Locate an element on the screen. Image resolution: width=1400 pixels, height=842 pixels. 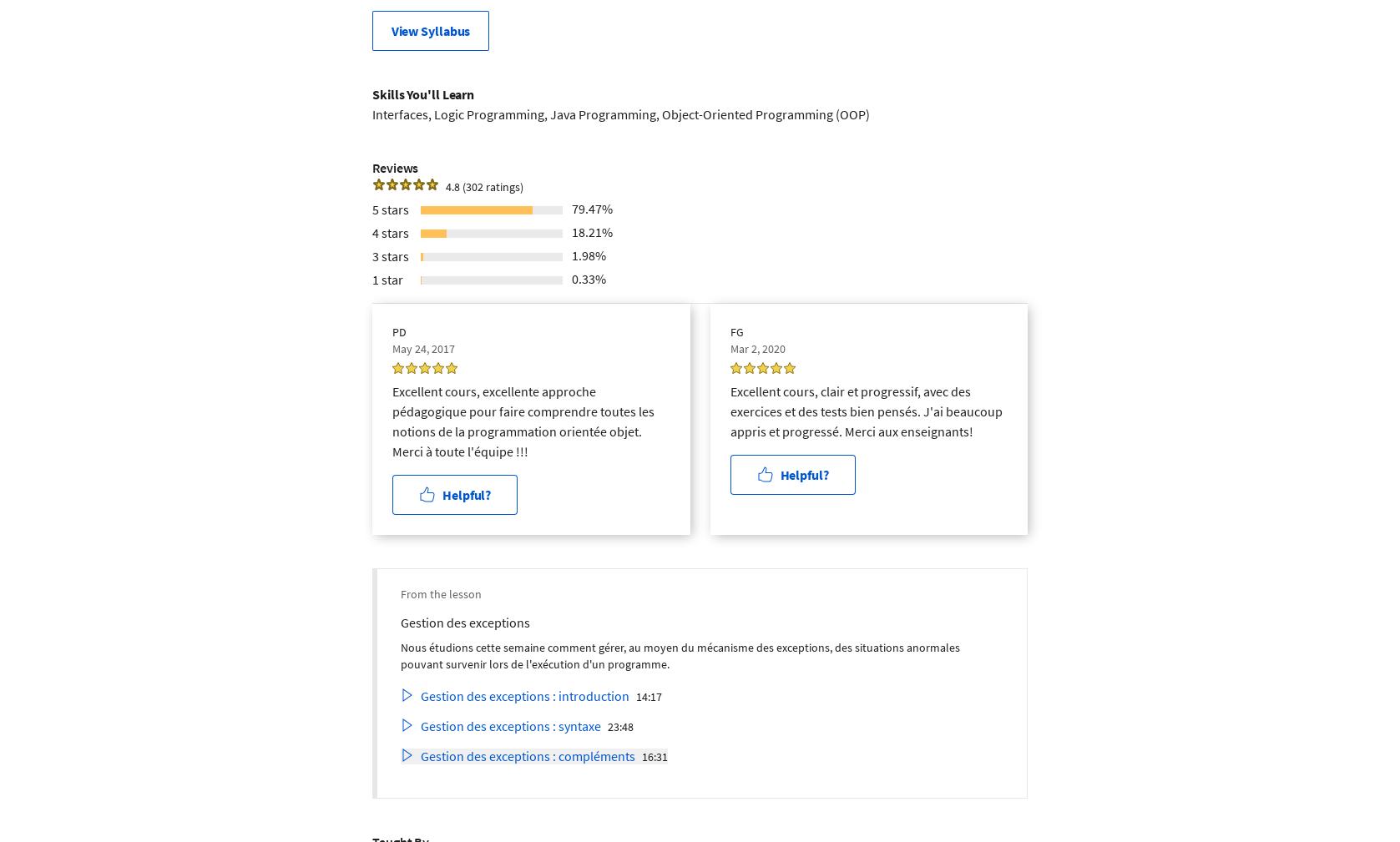
'From the lesson' is located at coordinates (440, 593).